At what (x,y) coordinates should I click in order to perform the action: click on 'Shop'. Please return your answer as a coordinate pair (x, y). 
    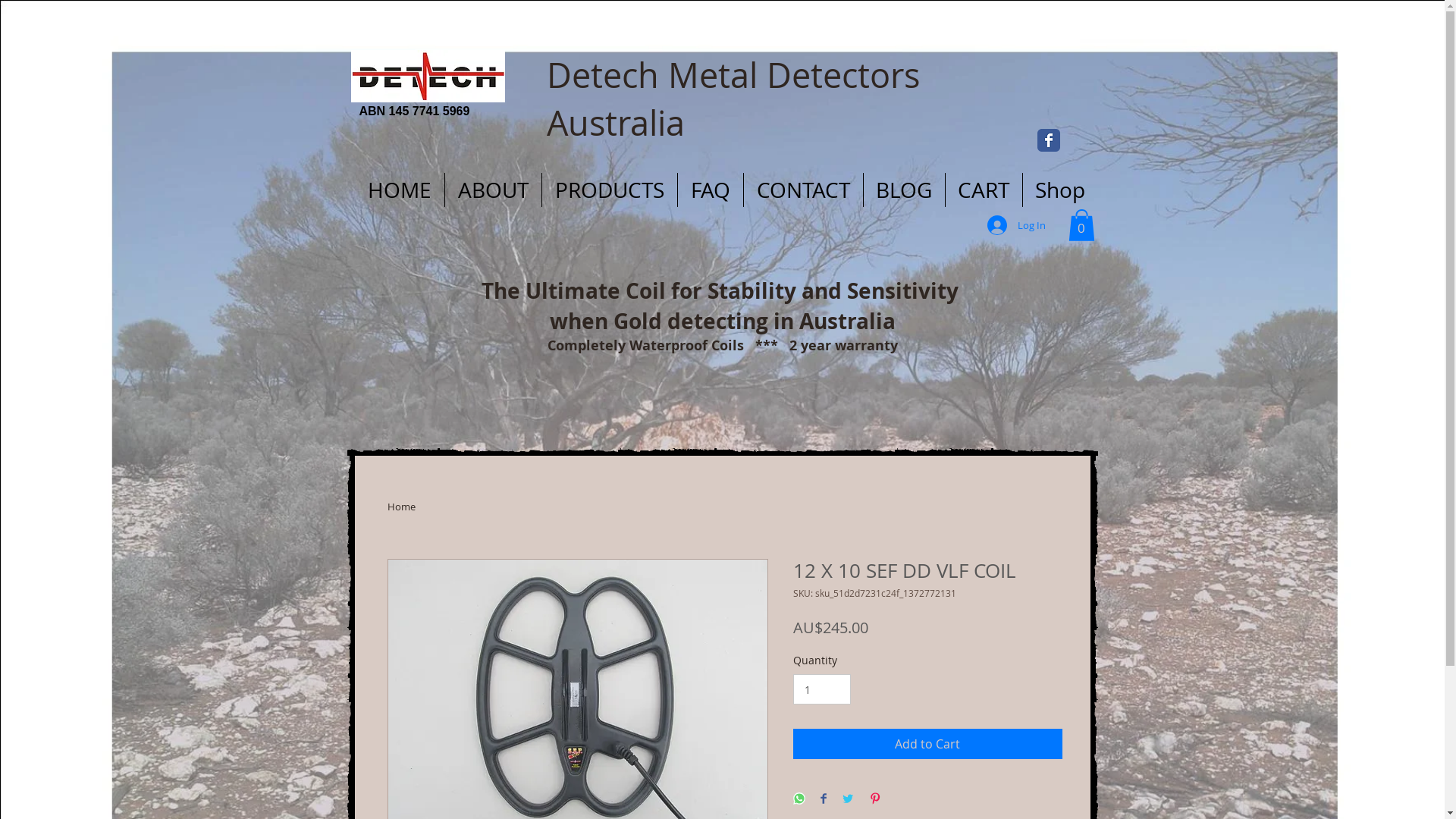
    Looking at the image, I should click on (1059, 189).